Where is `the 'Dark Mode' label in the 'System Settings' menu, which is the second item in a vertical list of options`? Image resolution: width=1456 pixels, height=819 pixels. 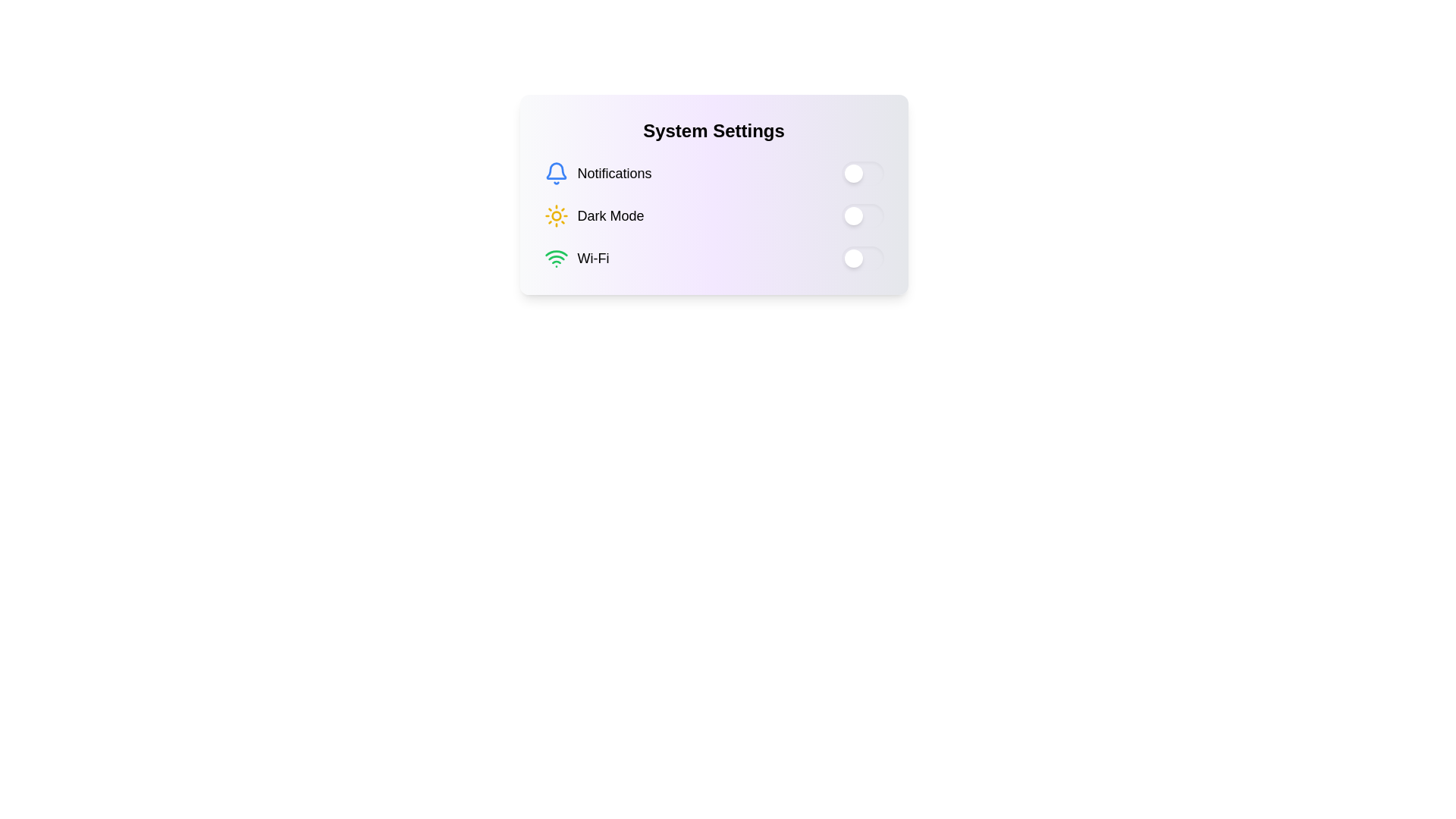 the 'Dark Mode' label in the 'System Settings' menu, which is the second item in a vertical list of options is located at coordinates (593, 216).